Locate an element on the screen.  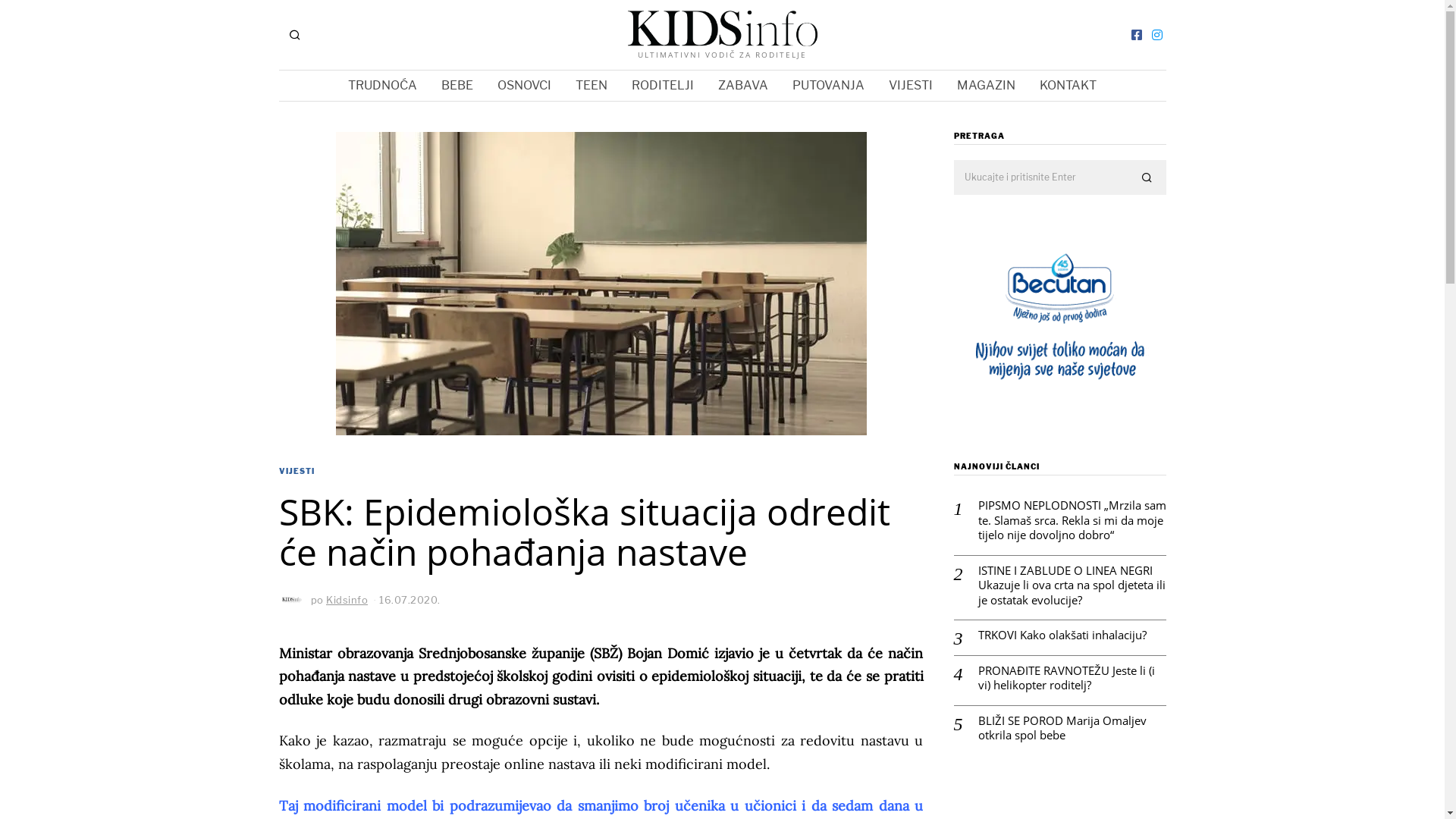
'ZABAVA' is located at coordinates (742, 85).